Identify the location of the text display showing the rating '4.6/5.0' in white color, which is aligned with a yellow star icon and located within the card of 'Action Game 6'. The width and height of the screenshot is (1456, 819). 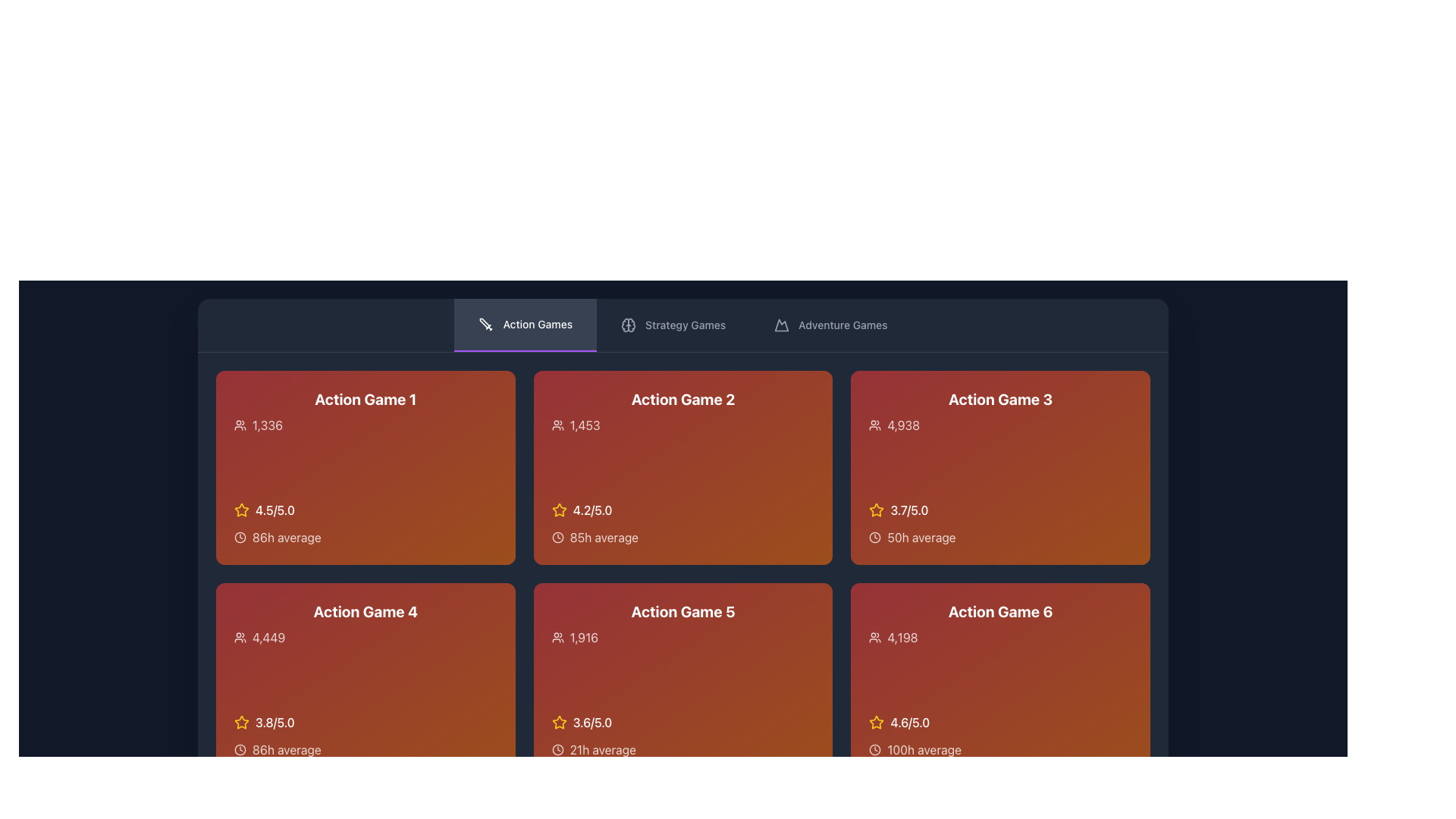
(910, 721).